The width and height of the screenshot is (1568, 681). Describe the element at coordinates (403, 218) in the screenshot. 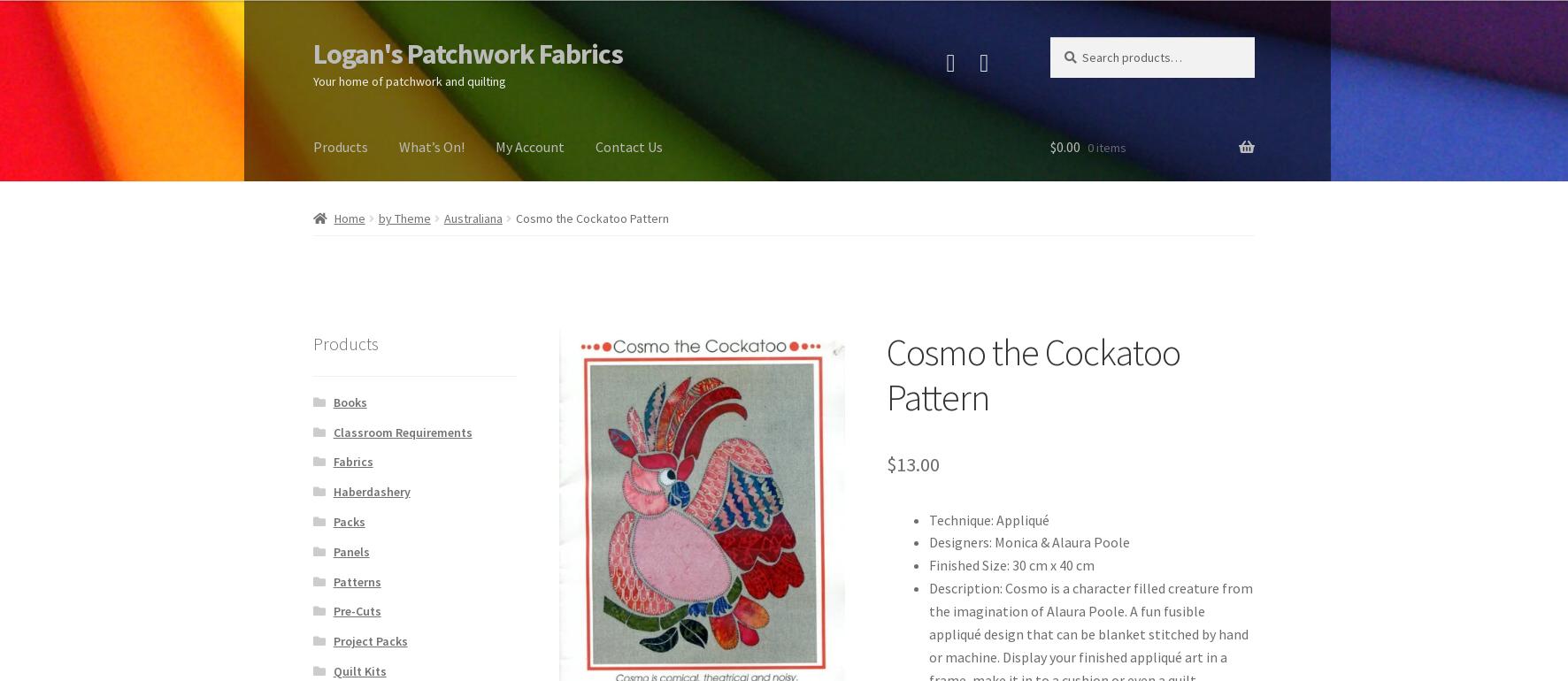

I see `'by Theme'` at that location.